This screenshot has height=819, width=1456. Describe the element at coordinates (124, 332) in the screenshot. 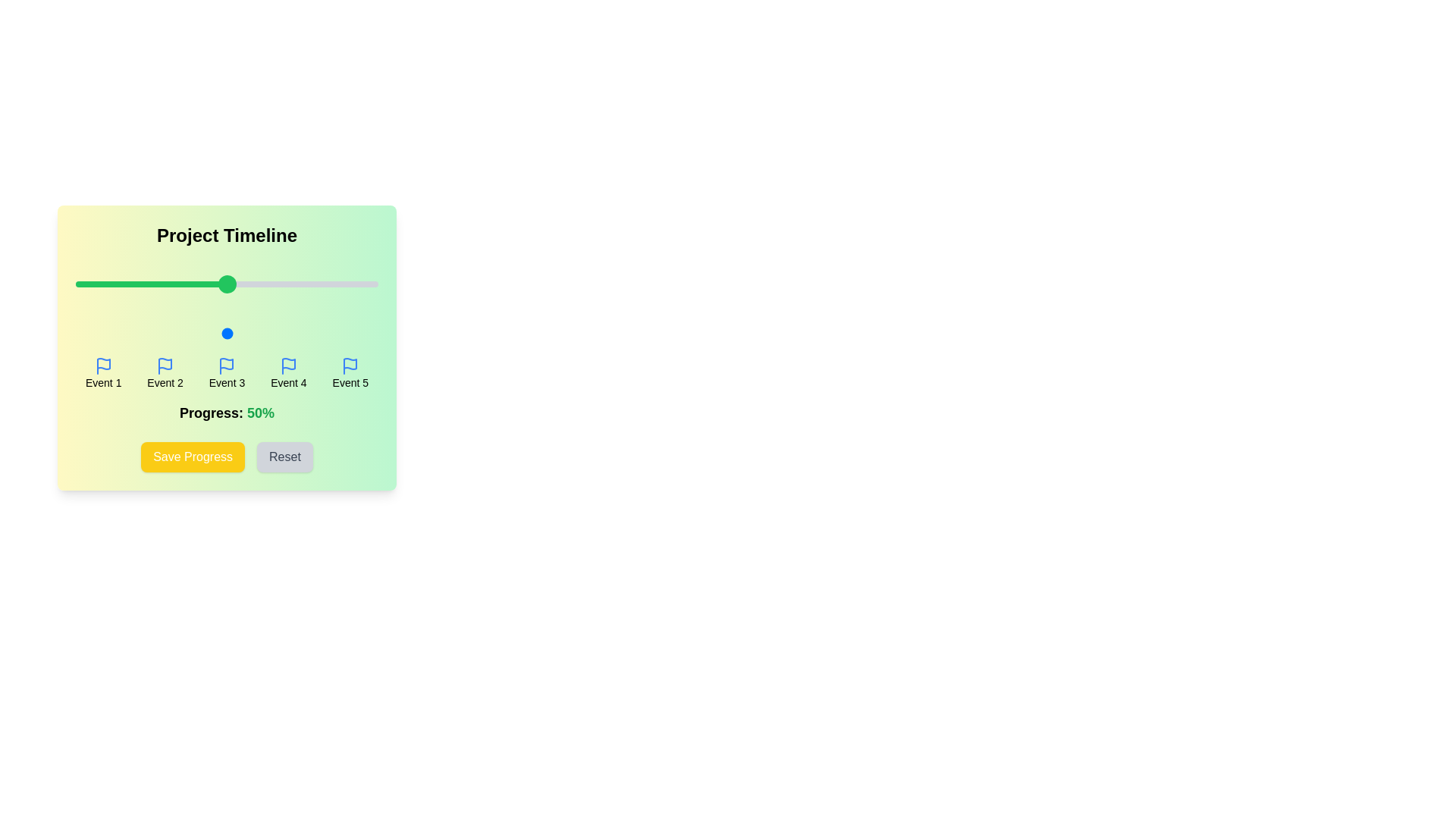

I see `the timeline progress to 16% by adjusting the slider` at that location.